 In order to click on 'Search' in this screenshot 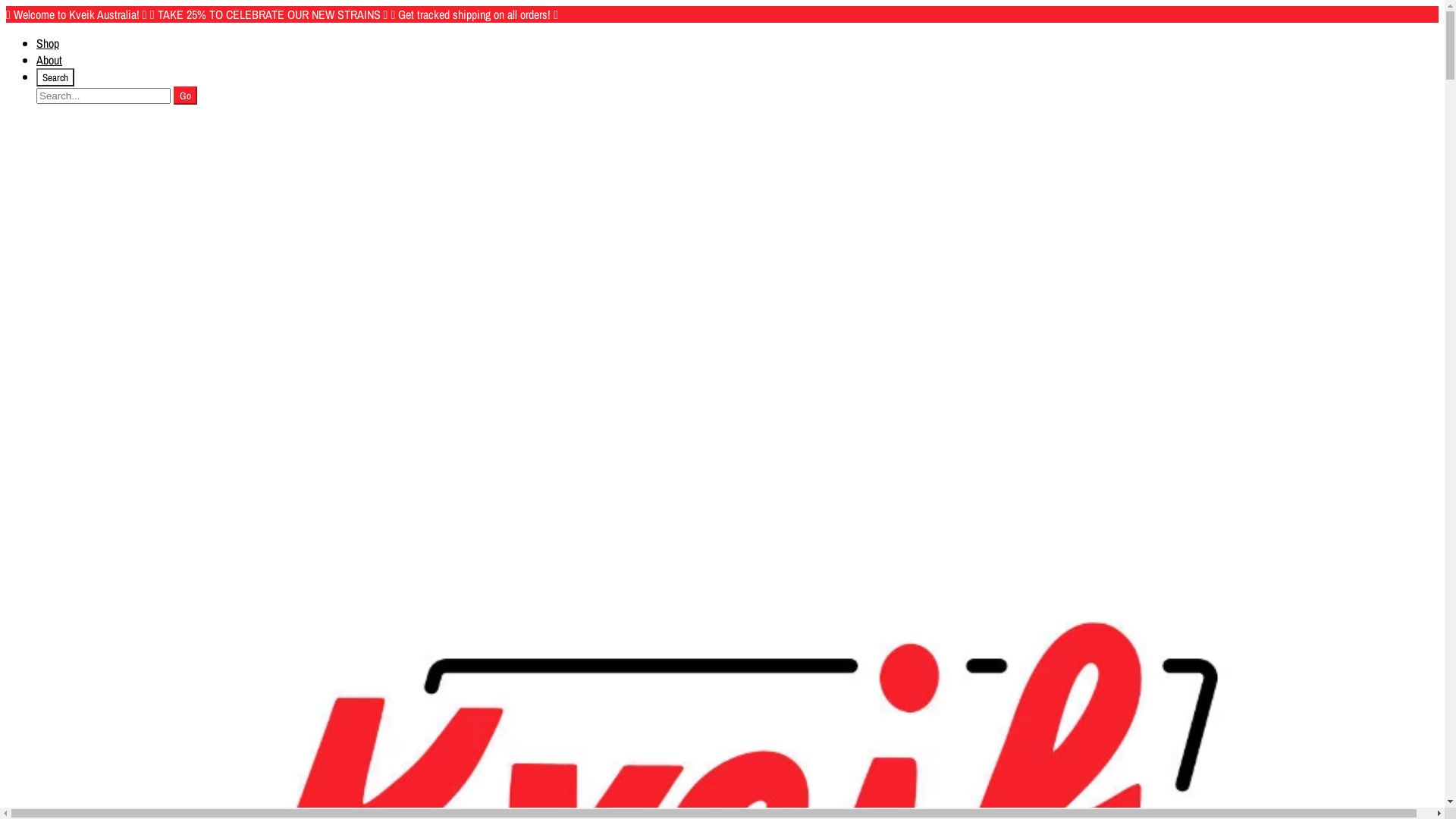, I will do `click(55, 77)`.